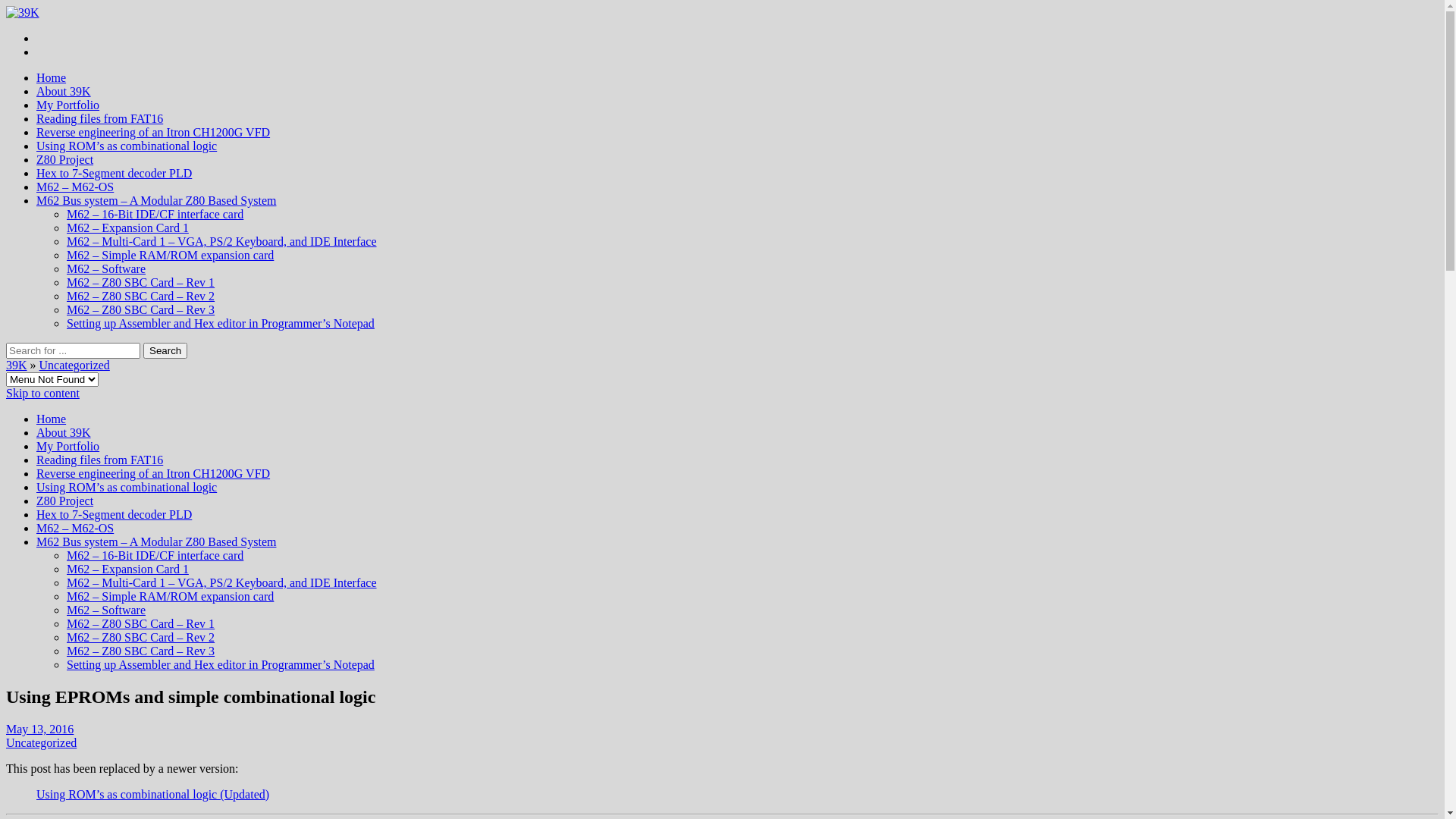 The image size is (1456, 819). Describe the element at coordinates (152, 131) in the screenshot. I see `'Reverse engineering of an Itron CH1200G VFD'` at that location.